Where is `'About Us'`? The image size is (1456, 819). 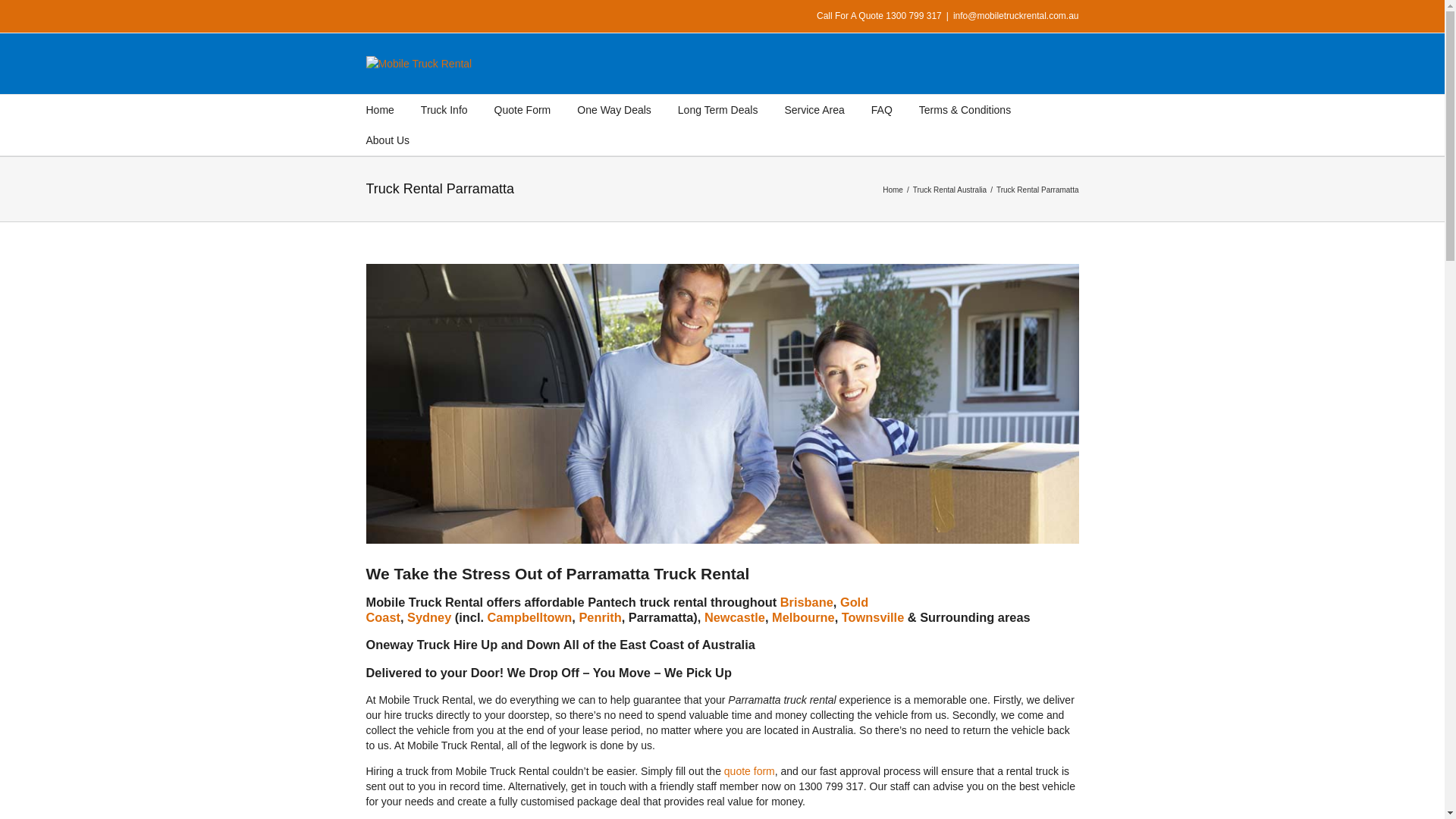 'About Us' is located at coordinates (387, 140).